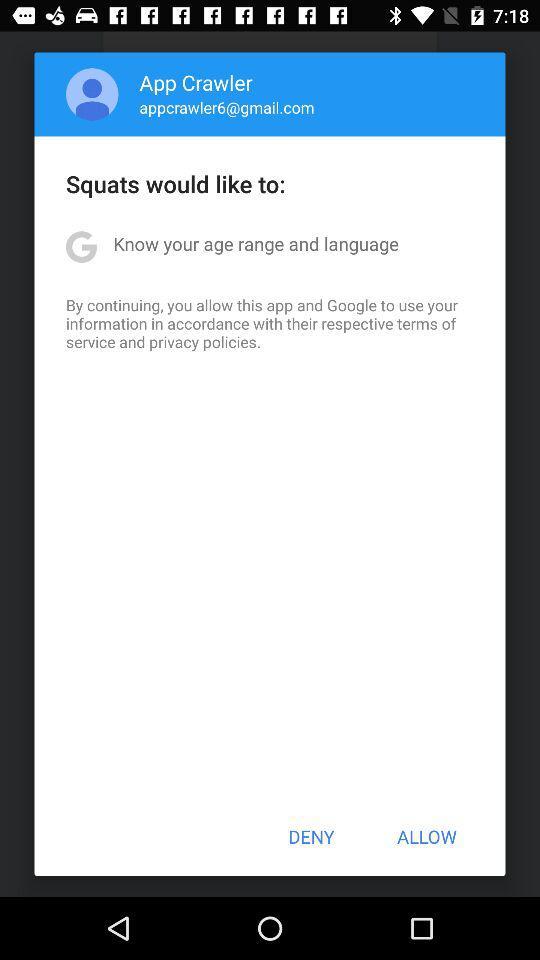 This screenshot has width=540, height=960. What do you see at coordinates (311, 836) in the screenshot?
I see `the deny` at bounding box center [311, 836].